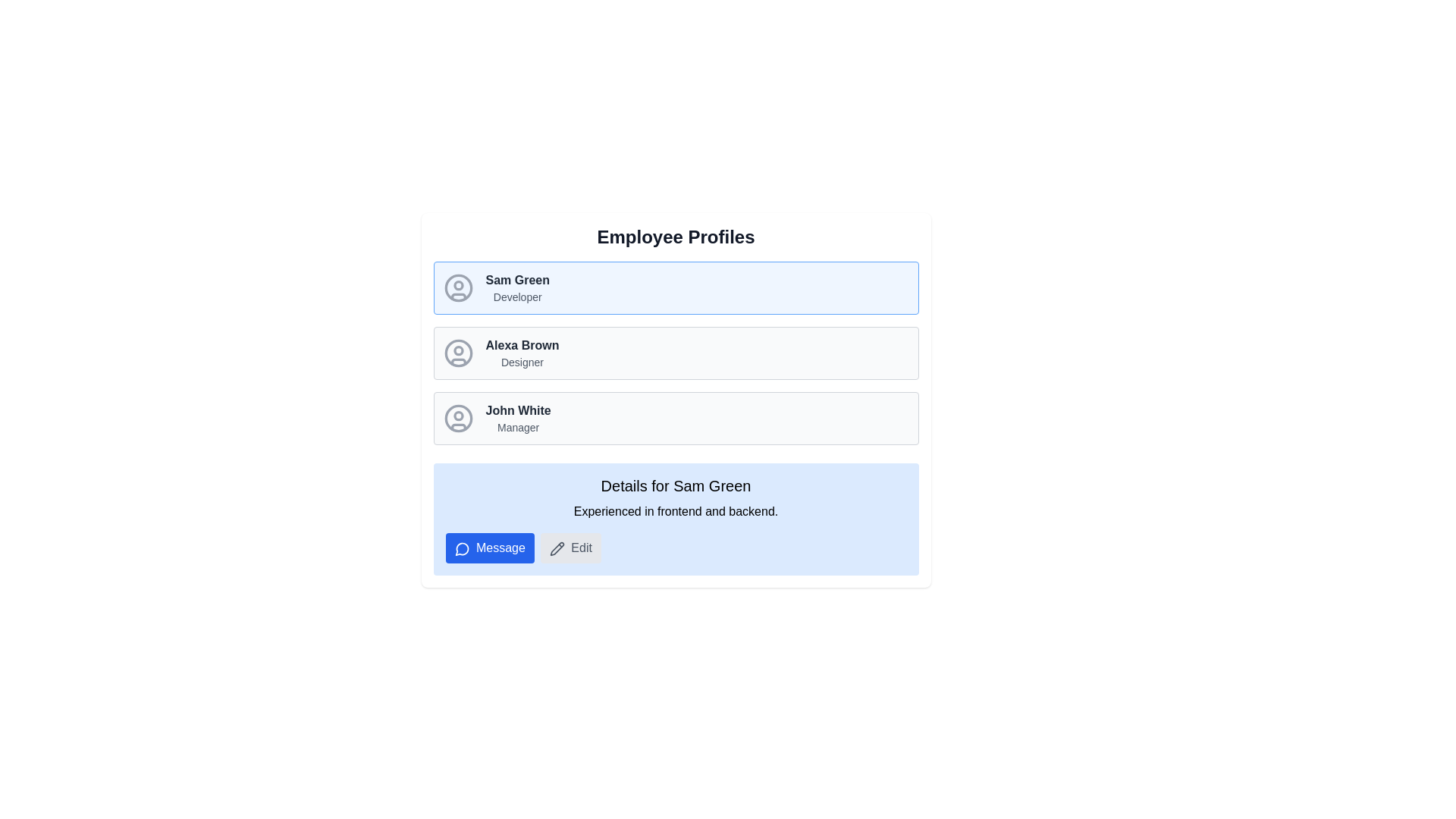 The height and width of the screenshot is (819, 1456). I want to click on the text block displaying 'John White' and 'Manager' within the third card of the 'Employee Profiles' section, so click(518, 418).